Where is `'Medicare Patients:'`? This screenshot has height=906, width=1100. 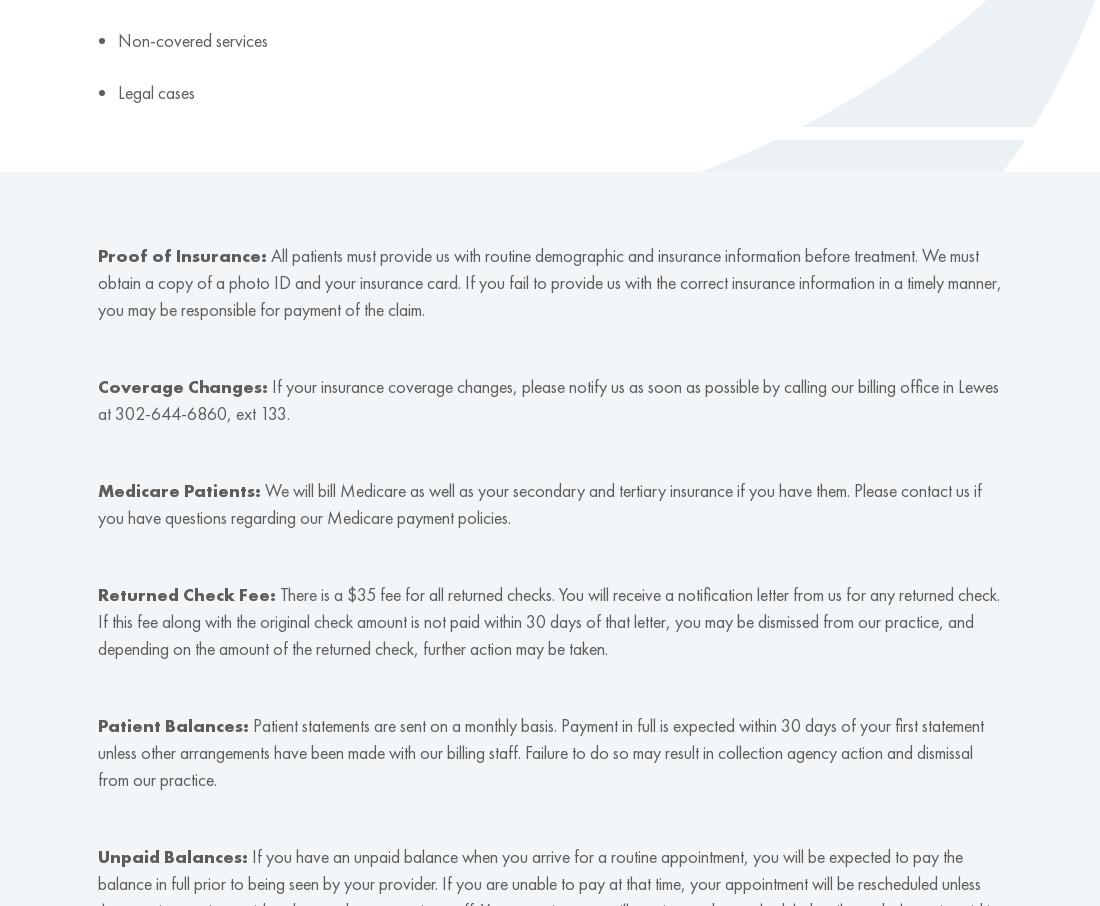
'Medicare Patients:' is located at coordinates (97, 489).